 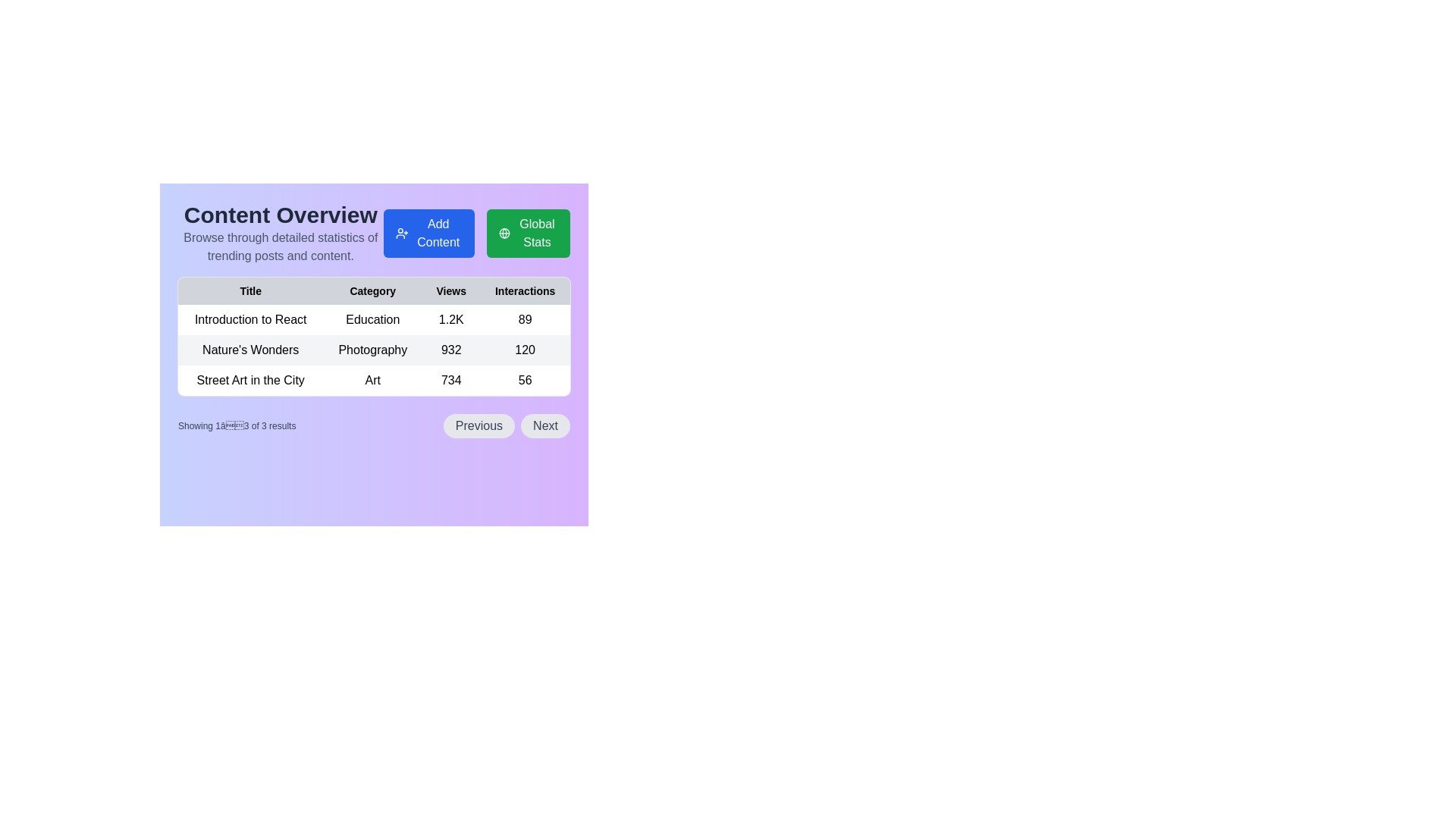 I want to click on the text label displaying 'Street Art in the City' located in the leftmost cell of the last row of a gray-shaded table beneath the 'Content Overview' header, so click(x=250, y=379).